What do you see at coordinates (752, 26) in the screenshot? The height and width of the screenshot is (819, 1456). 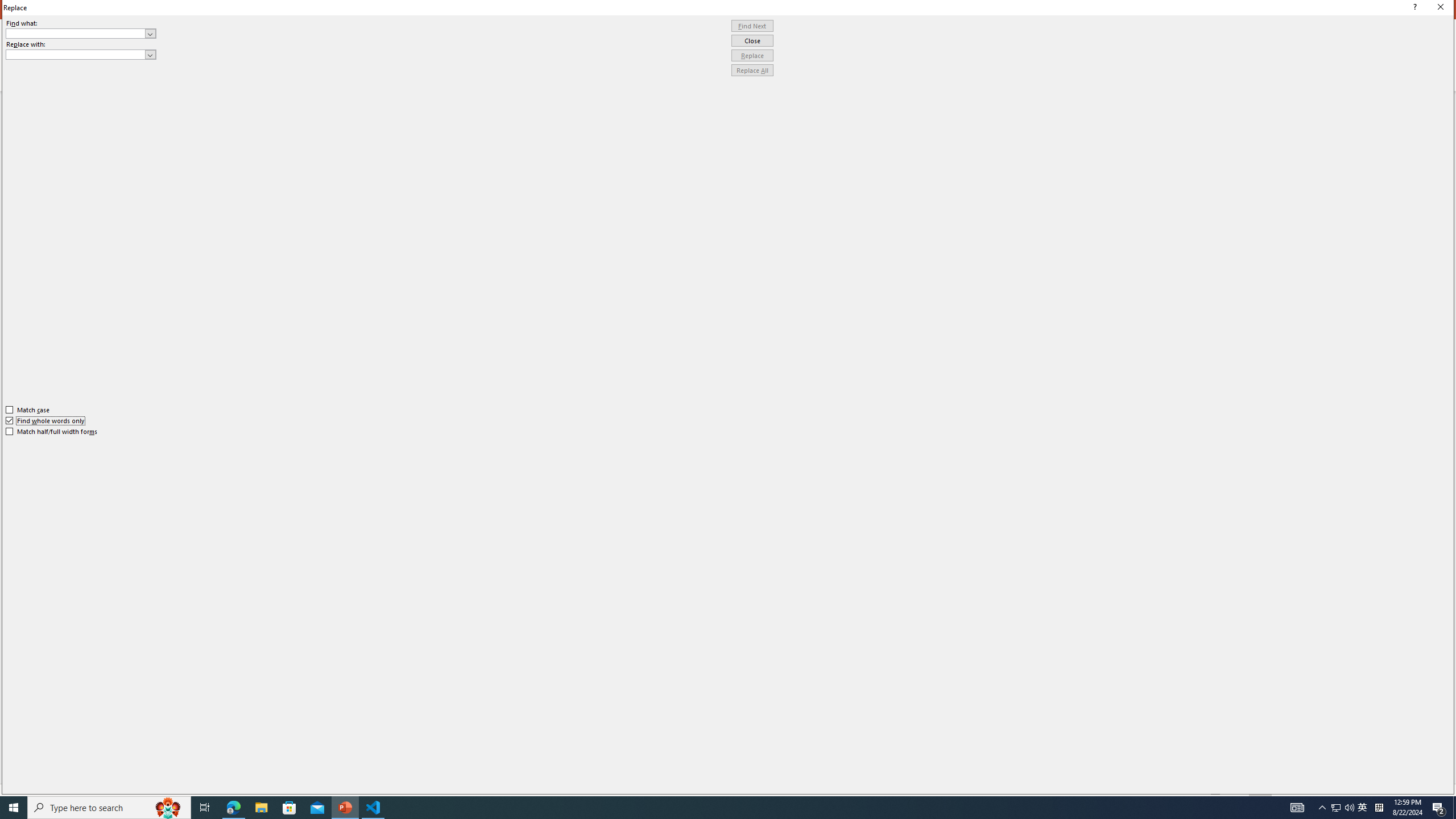 I see `'Find Next'` at bounding box center [752, 26].